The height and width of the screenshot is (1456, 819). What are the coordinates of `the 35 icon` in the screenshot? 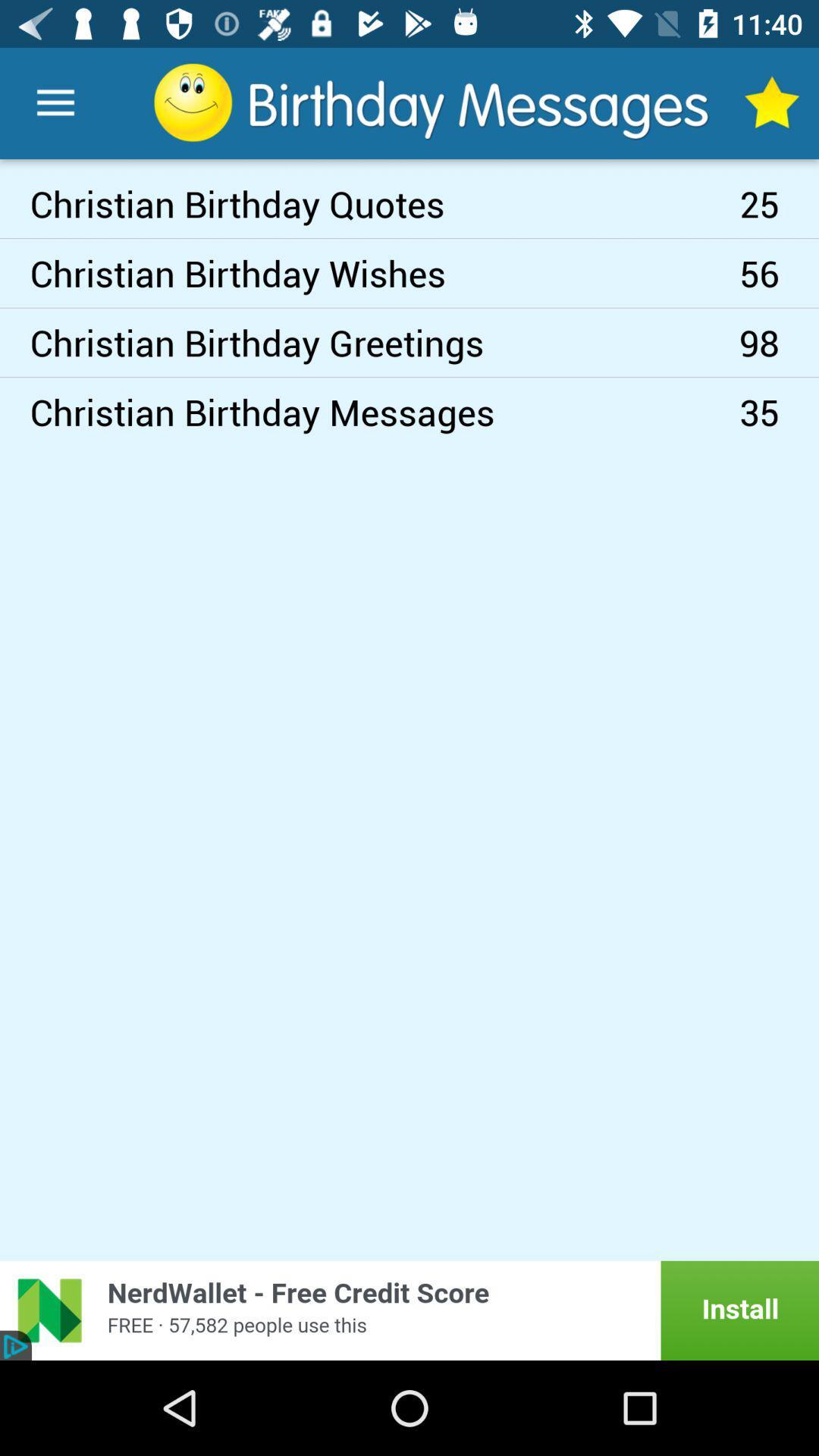 It's located at (779, 412).